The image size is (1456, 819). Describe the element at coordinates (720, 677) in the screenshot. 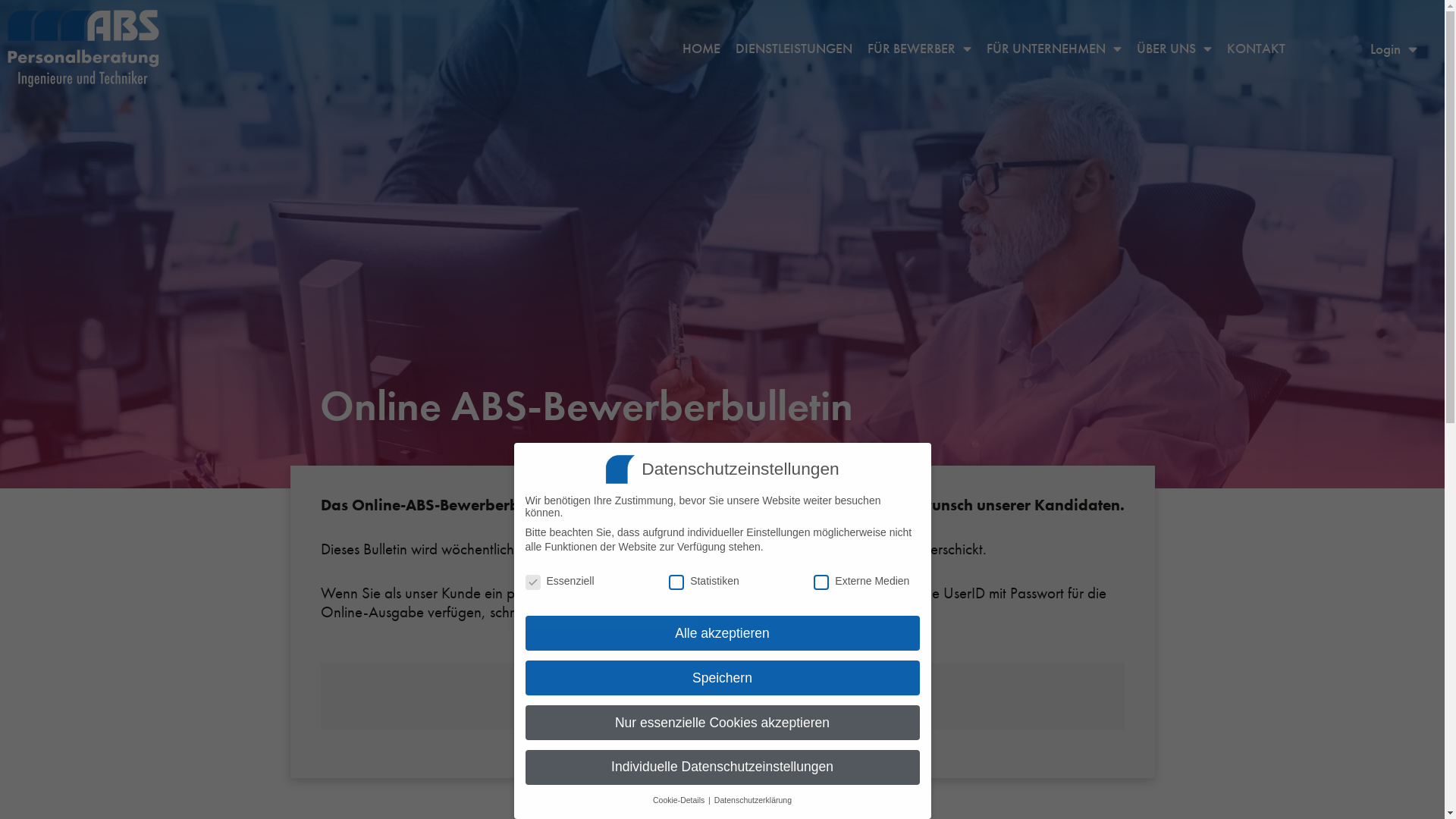

I see `'Speichern'` at that location.